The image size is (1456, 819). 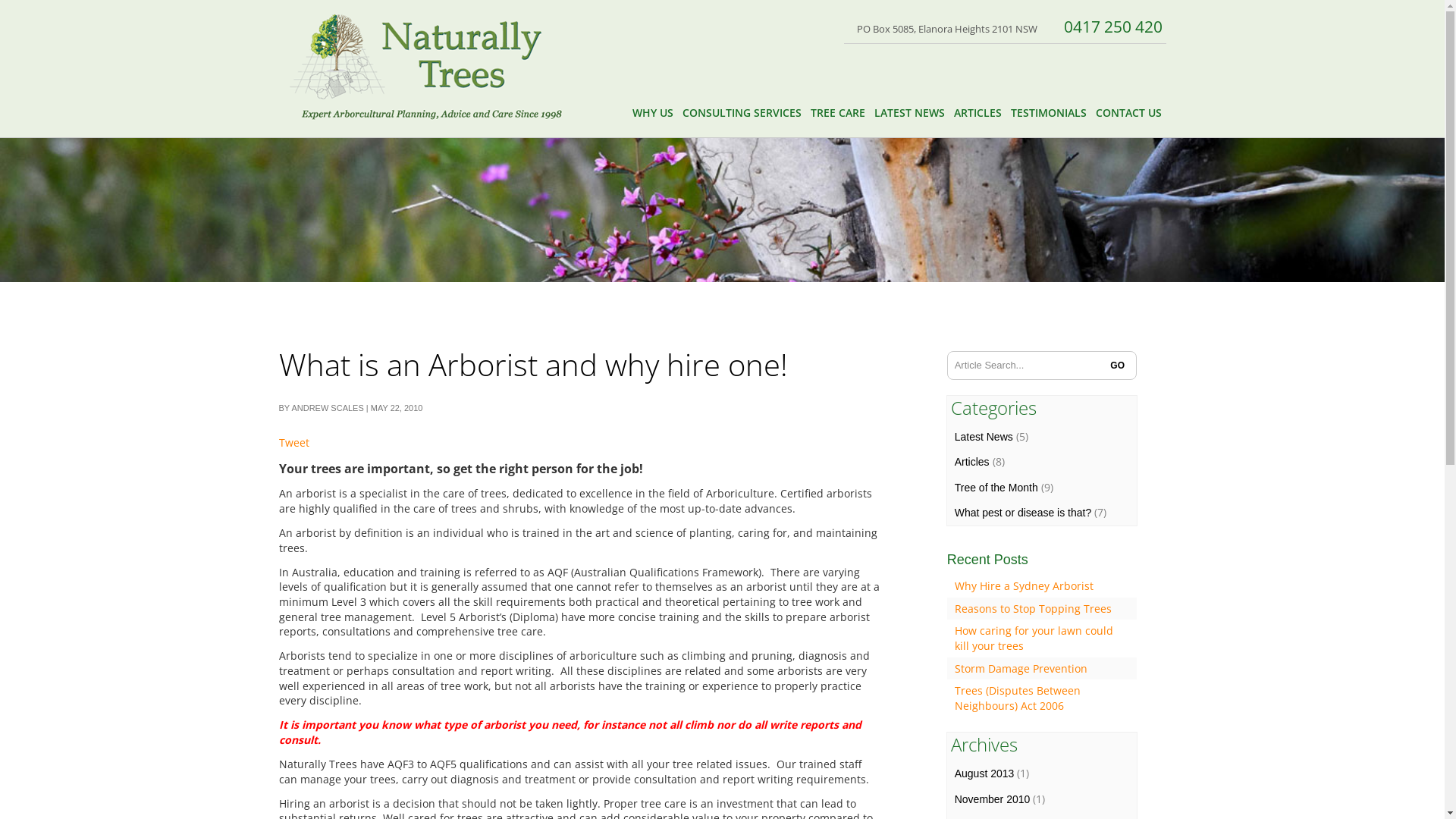 What do you see at coordinates (984, 773) in the screenshot?
I see `'August 2013'` at bounding box center [984, 773].